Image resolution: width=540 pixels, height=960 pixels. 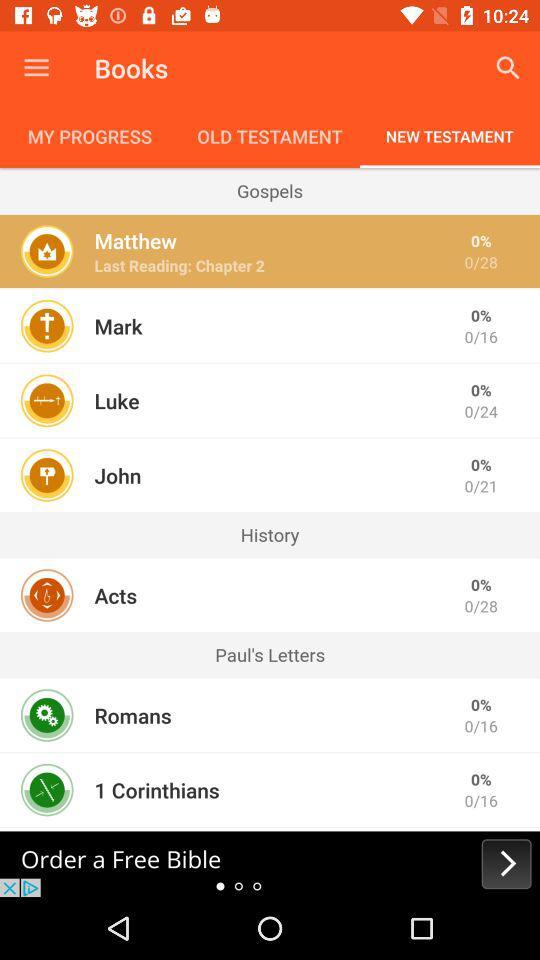 I want to click on john item, so click(x=117, y=475).